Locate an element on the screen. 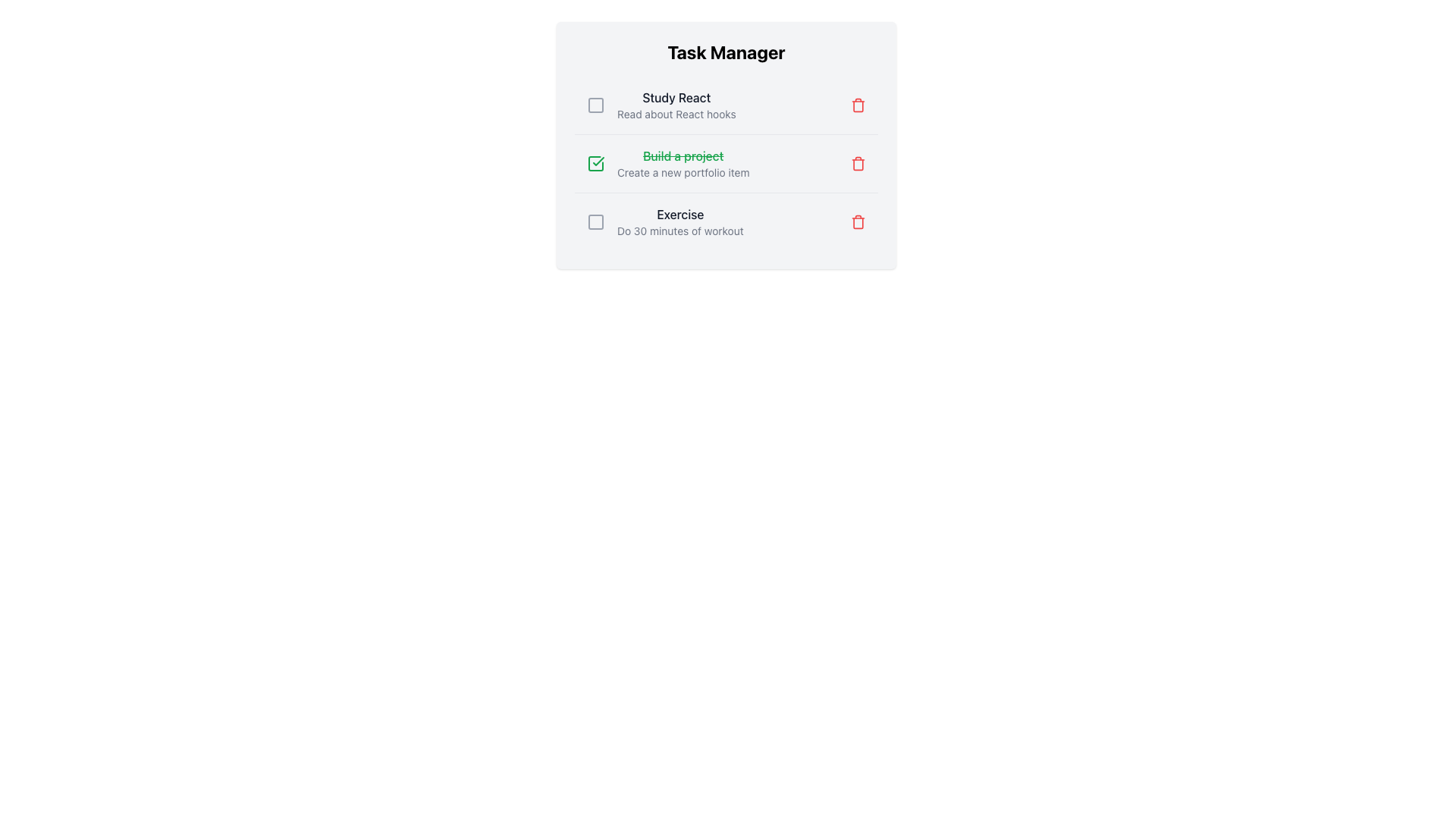 The image size is (1456, 819). the non-interactive red outlined square icon with rounded corners located next to the text 'Study React' in the Task Manager section is located at coordinates (595, 104).